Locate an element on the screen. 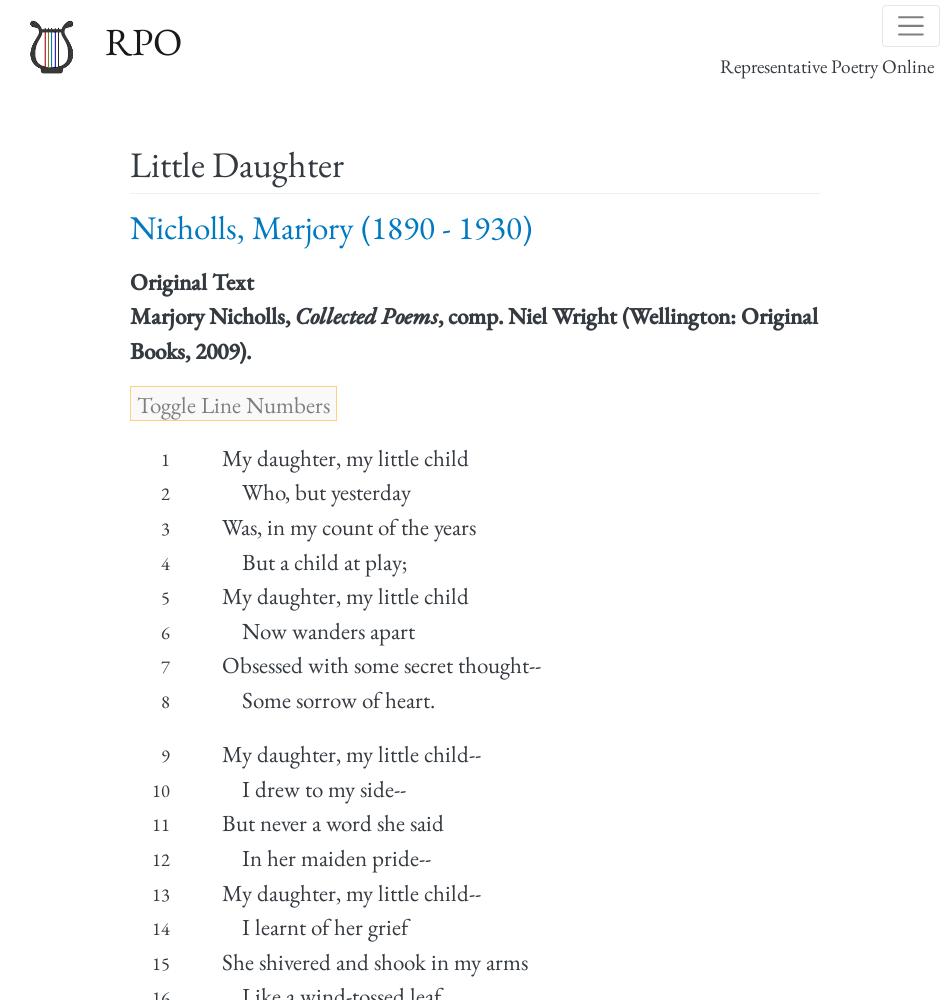 The width and height of the screenshot is (950, 1000). 'But a child at play;' is located at coordinates (312, 561).